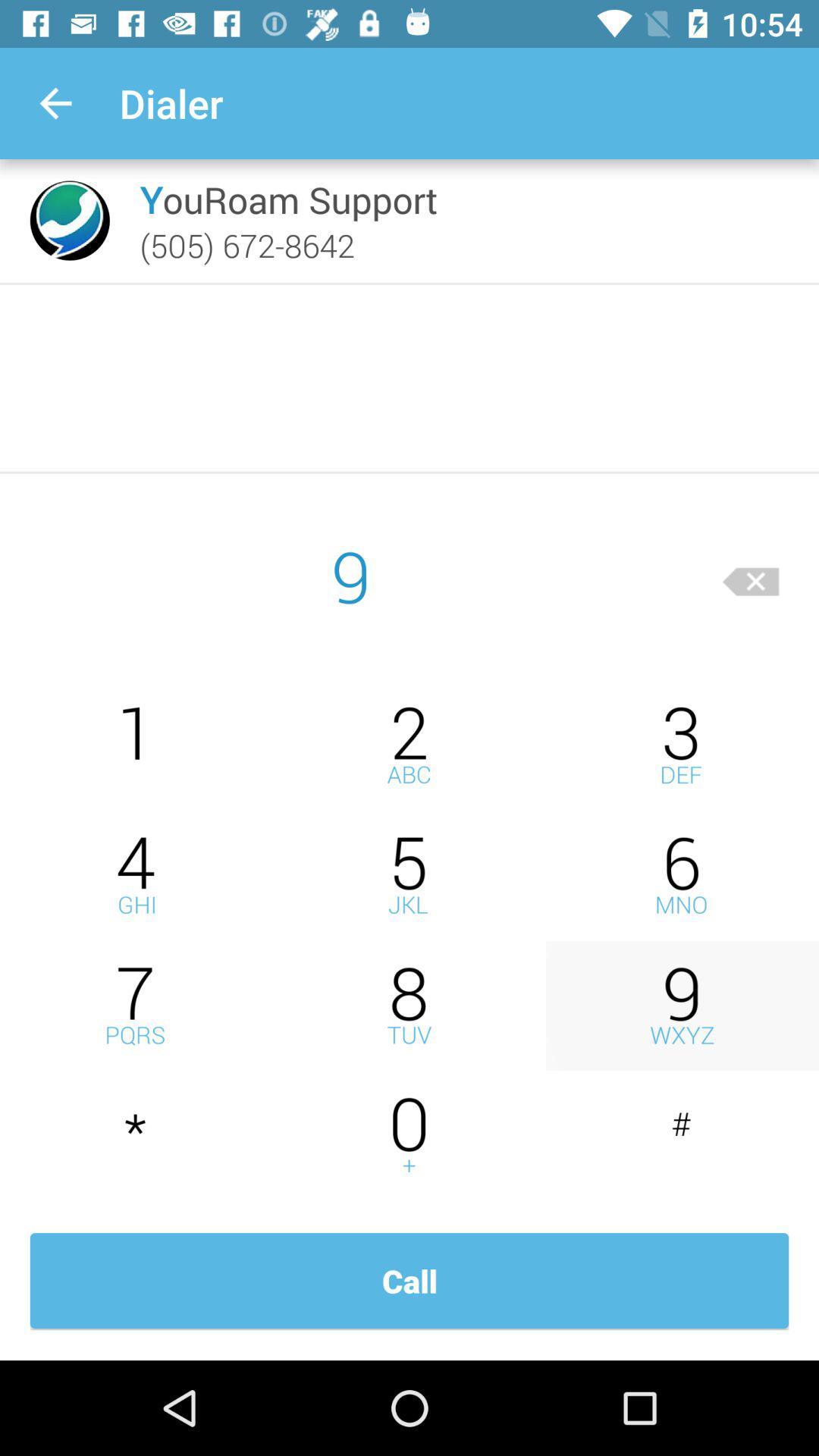  What do you see at coordinates (681, 745) in the screenshot?
I see `to enter number 3 in dial box` at bounding box center [681, 745].